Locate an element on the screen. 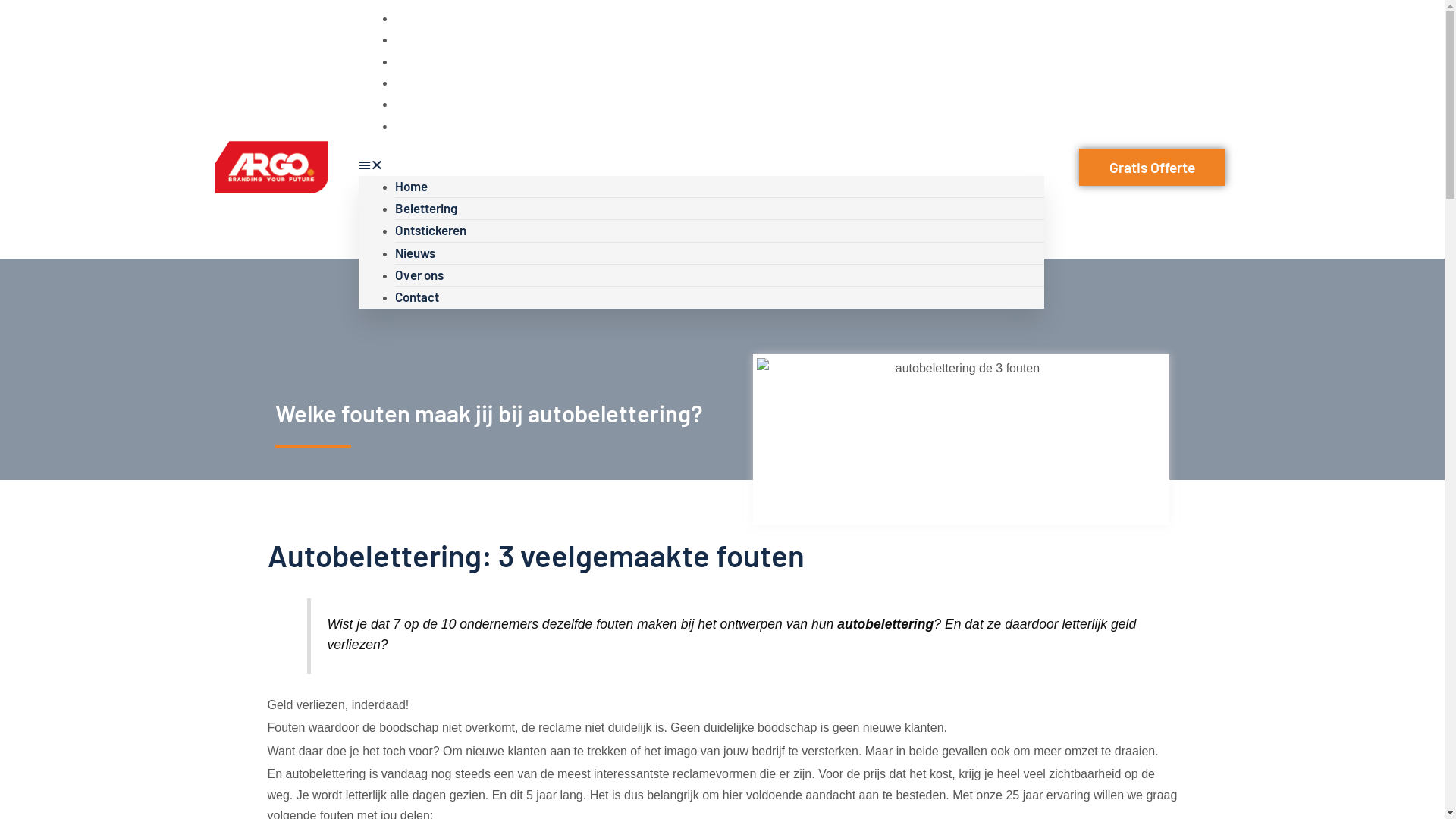 The height and width of the screenshot is (819, 1456). 'Nieuws' is located at coordinates (414, 251).